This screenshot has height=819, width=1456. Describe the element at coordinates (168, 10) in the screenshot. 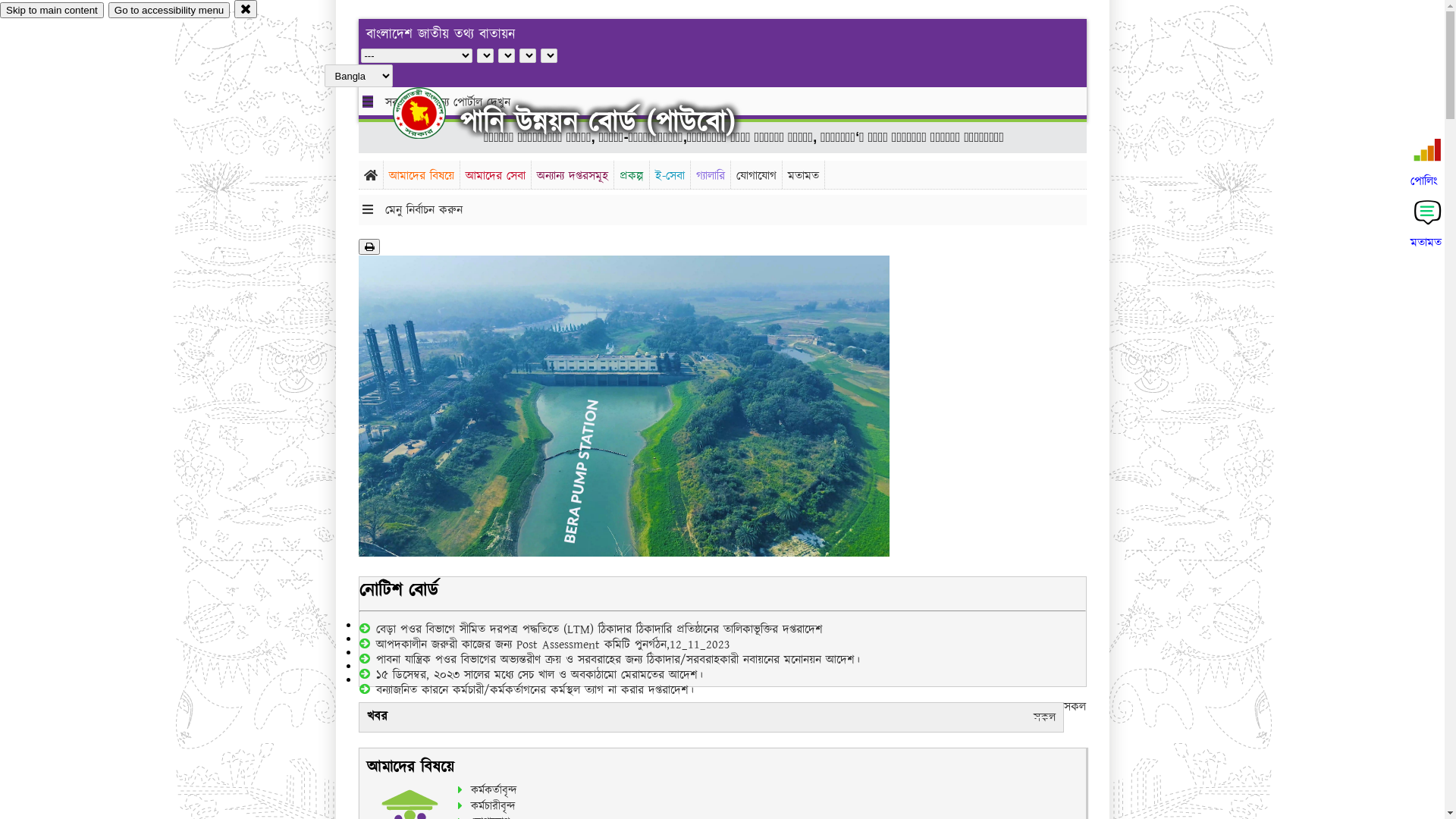

I see `'Go to accessibility menu'` at that location.